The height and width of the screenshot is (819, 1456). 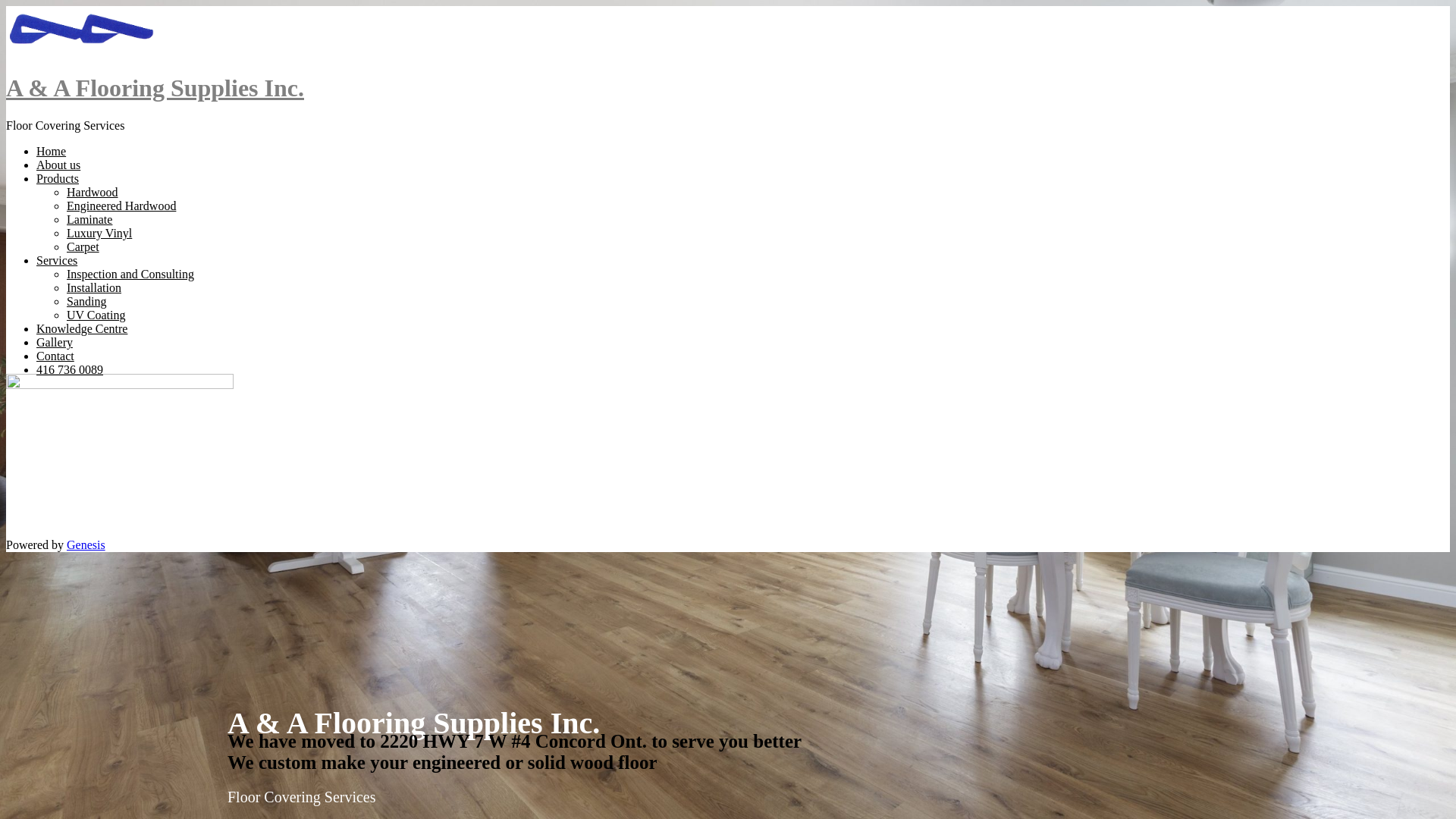 I want to click on 'Genesis', so click(x=85, y=544).